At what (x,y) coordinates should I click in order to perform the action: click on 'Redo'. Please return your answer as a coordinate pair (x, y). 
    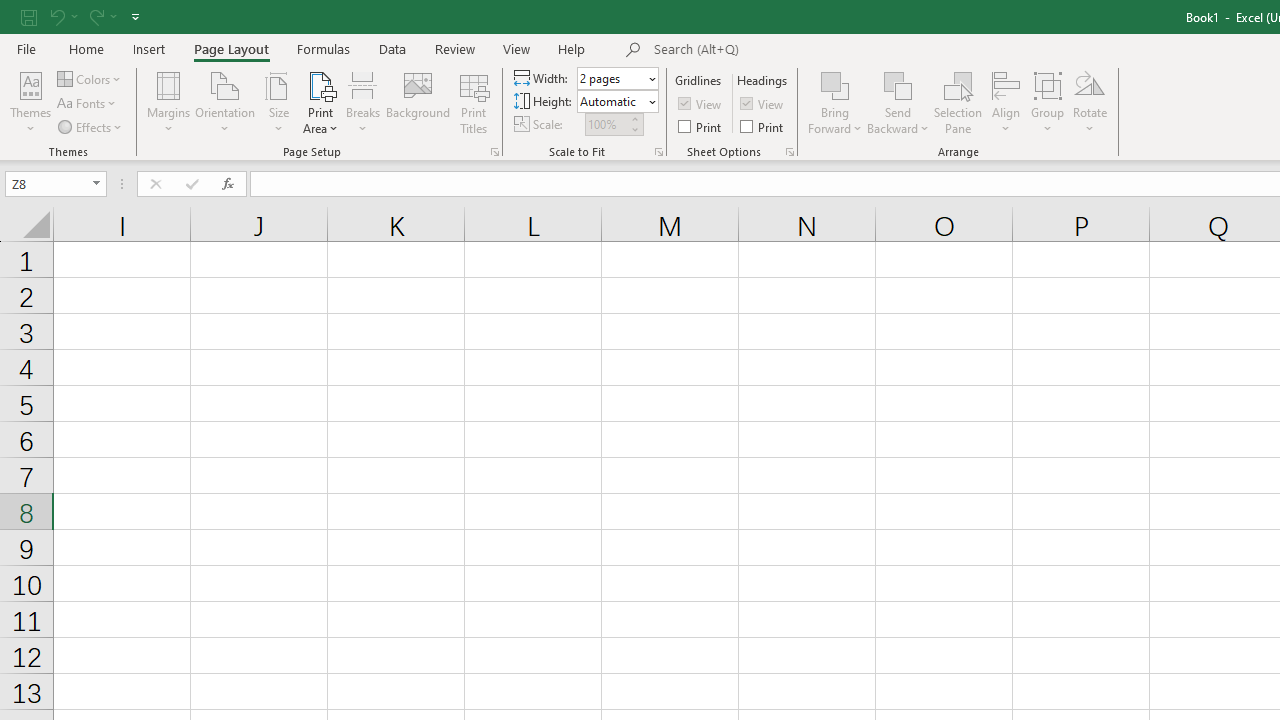
    Looking at the image, I should click on (94, 16).